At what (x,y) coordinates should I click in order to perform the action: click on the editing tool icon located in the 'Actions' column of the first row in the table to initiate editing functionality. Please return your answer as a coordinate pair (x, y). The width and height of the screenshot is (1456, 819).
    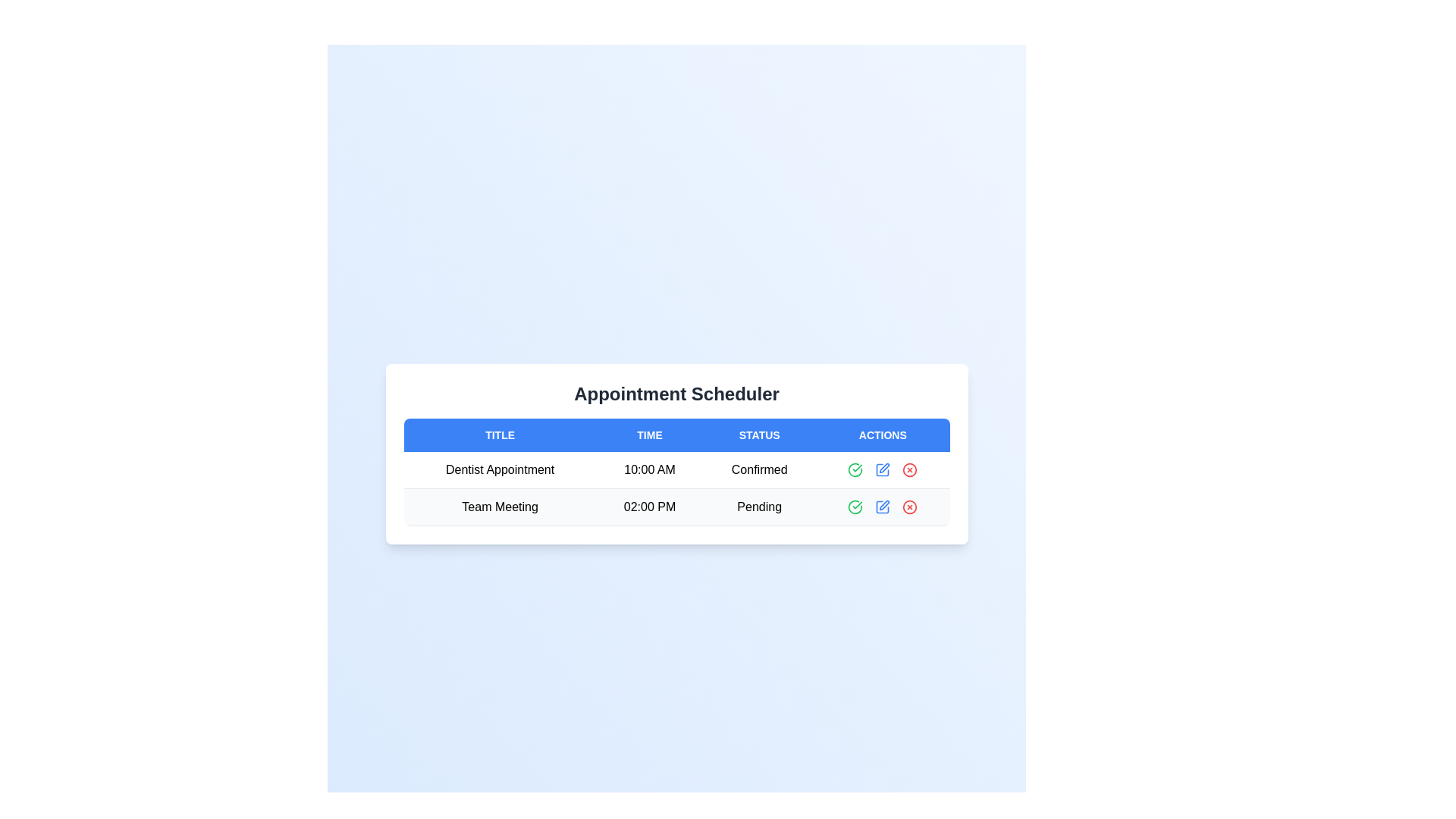
    Looking at the image, I should click on (883, 469).